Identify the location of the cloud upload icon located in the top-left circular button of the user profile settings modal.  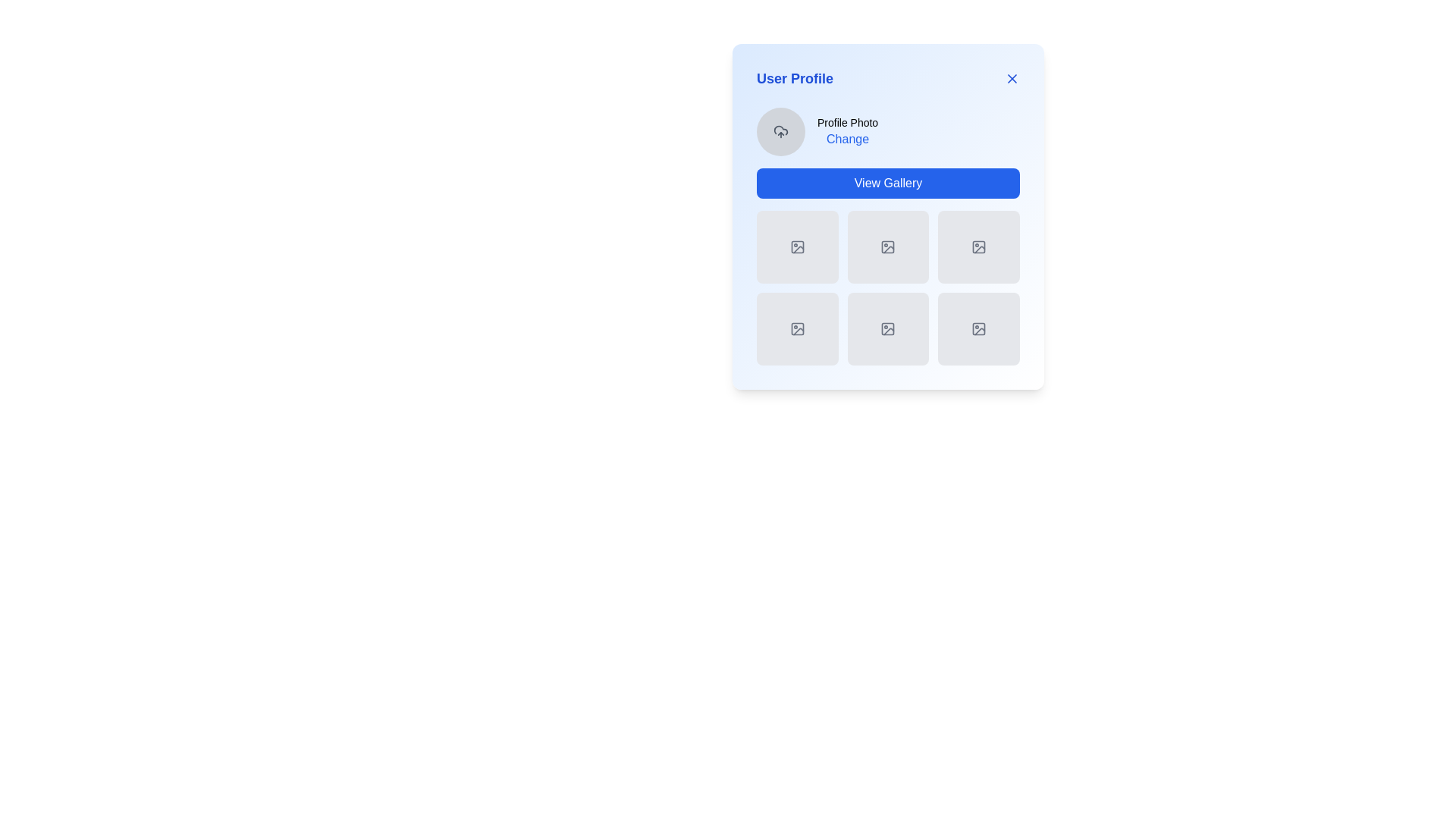
(781, 130).